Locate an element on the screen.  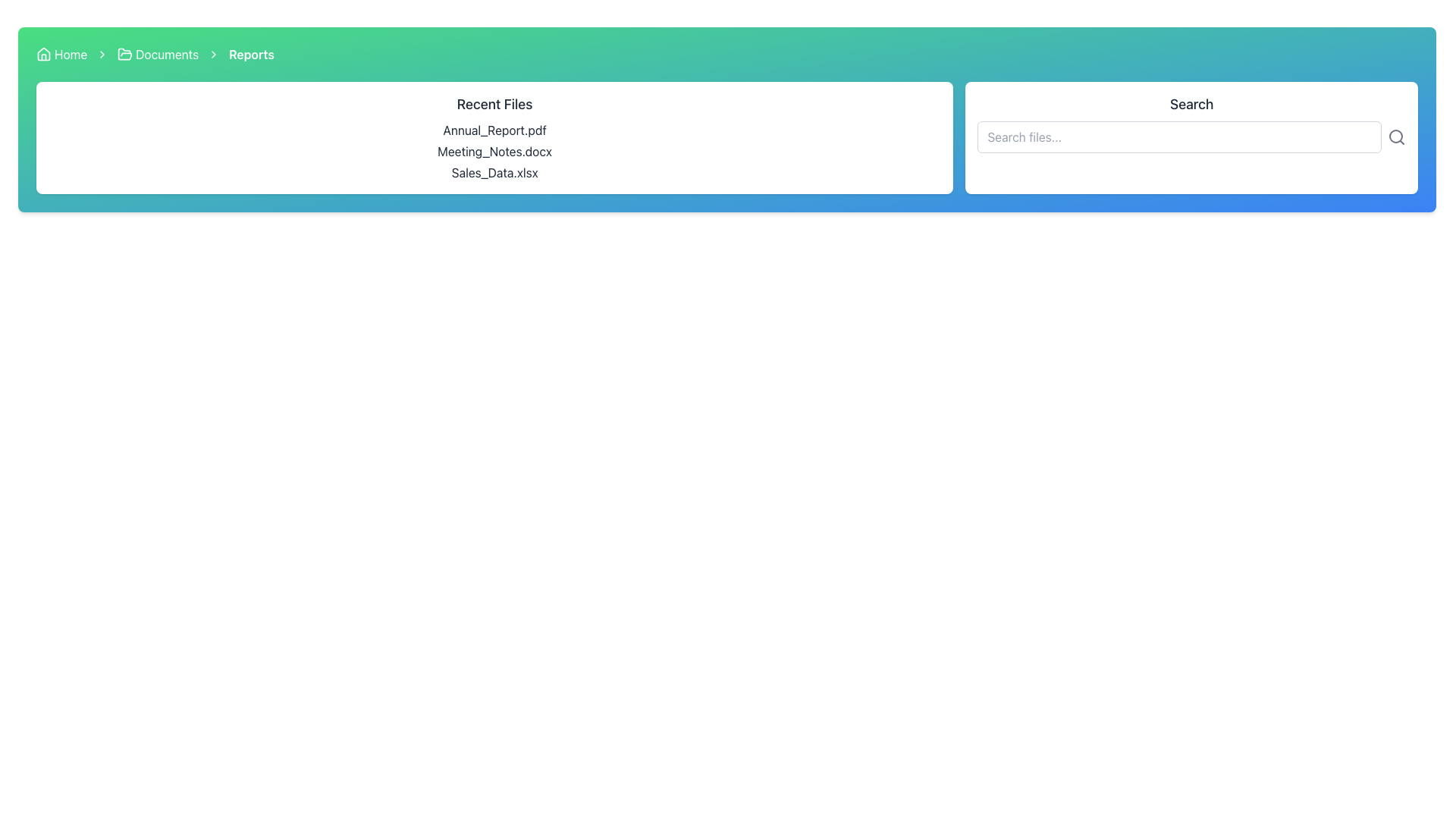
the text label displaying 'Meeting_Notes.docx' within the 'Recent Files' section, located in the center-left of the page is located at coordinates (494, 152).